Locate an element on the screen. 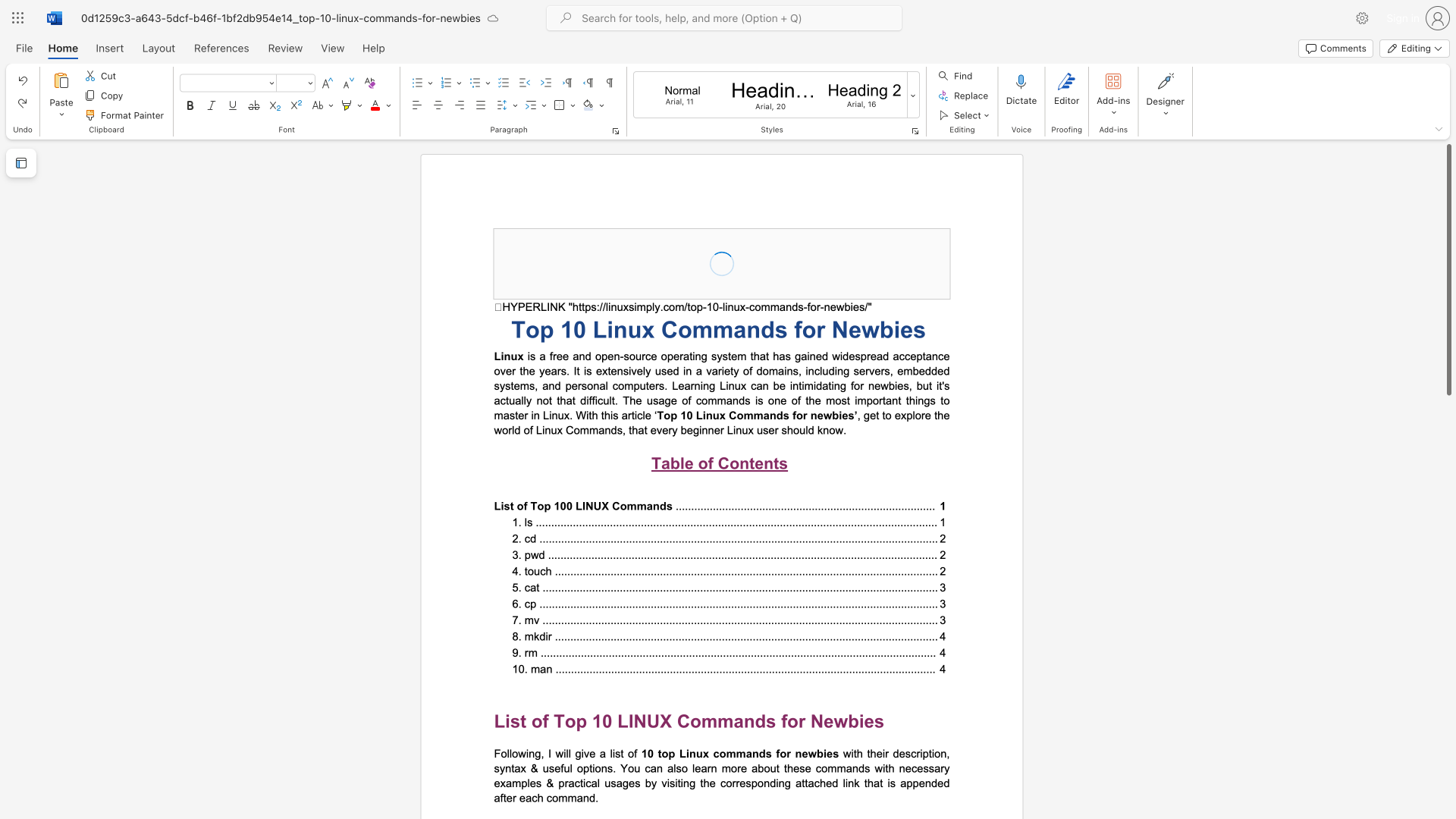 The width and height of the screenshot is (1456, 819). the scrollbar on the right side to scroll the page down is located at coordinates (1448, 614).